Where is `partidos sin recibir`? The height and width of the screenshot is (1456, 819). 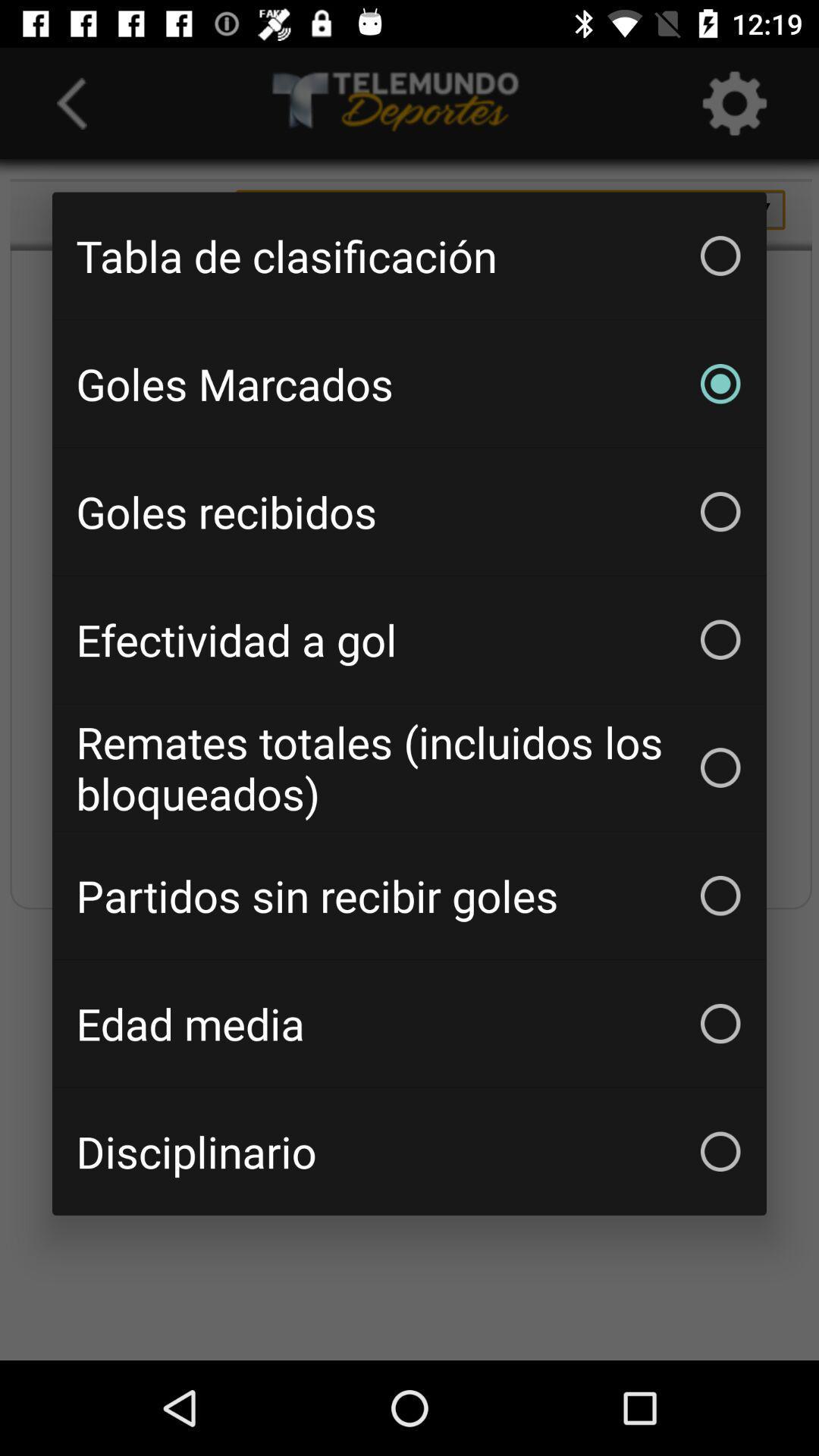 partidos sin recibir is located at coordinates (409, 896).